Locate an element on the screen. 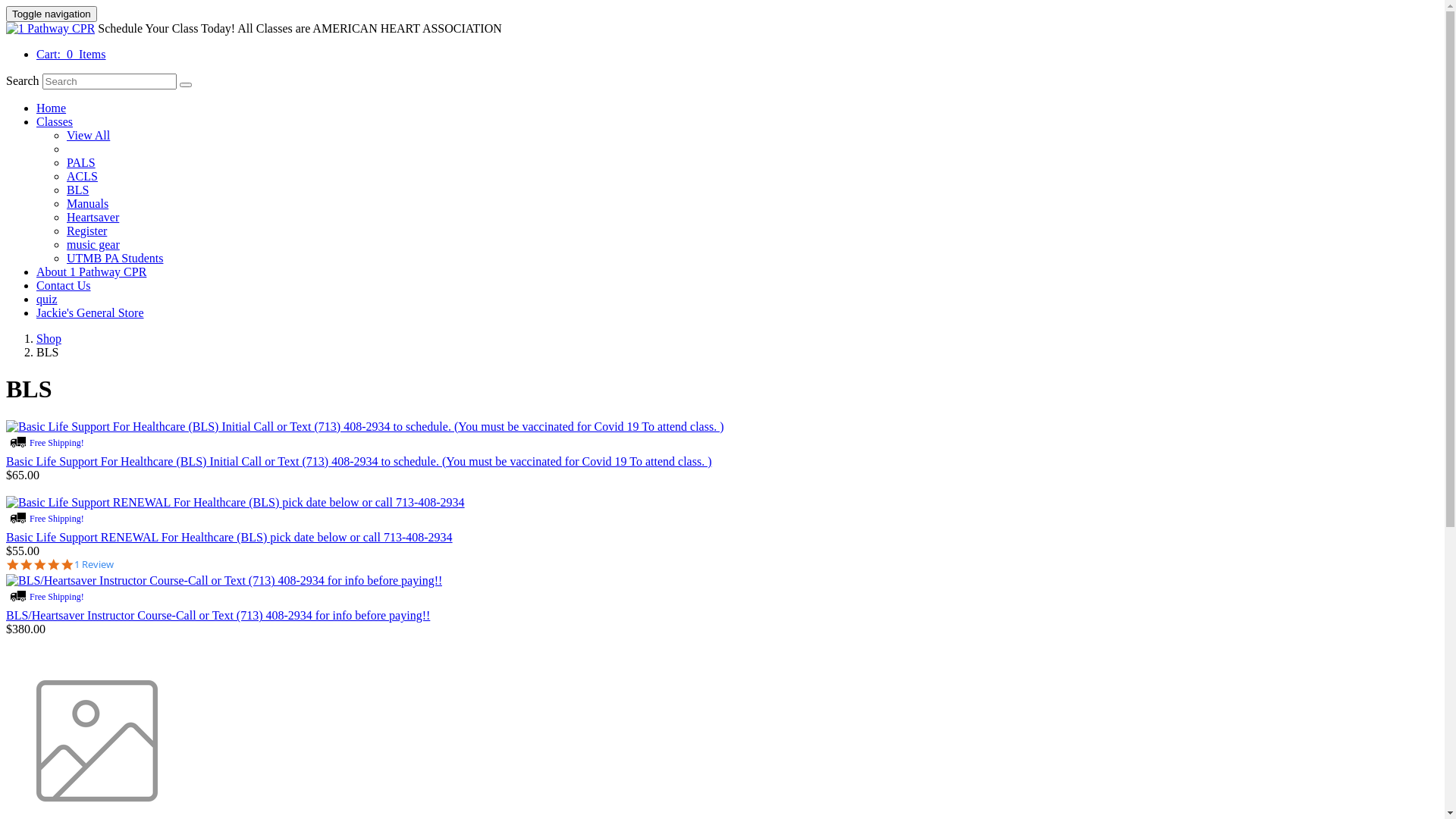  'Classes' is located at coordinates (55, 121).